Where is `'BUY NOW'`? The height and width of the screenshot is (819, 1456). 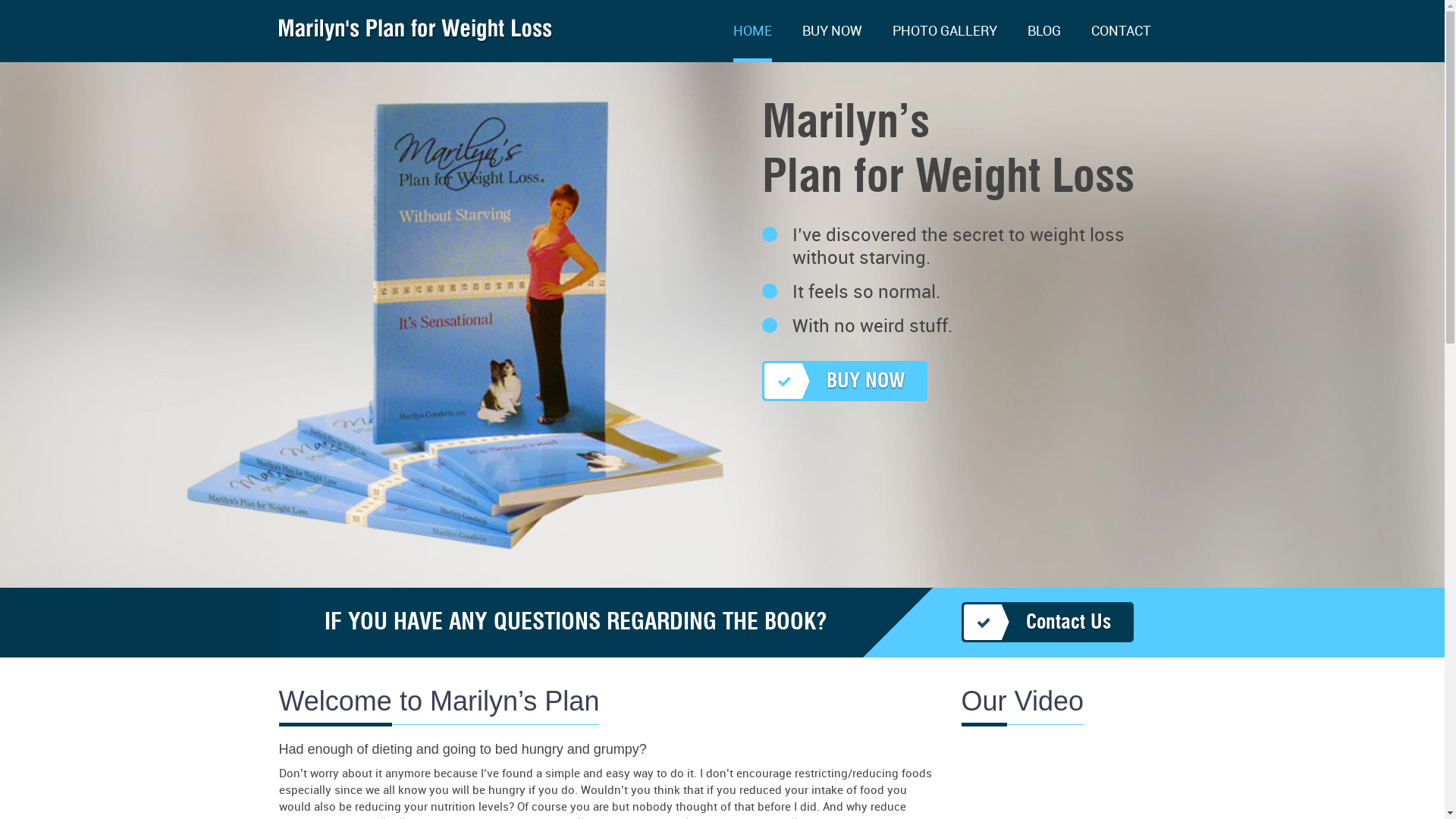 'BUY NOW' is located at coordinates (843, 380).